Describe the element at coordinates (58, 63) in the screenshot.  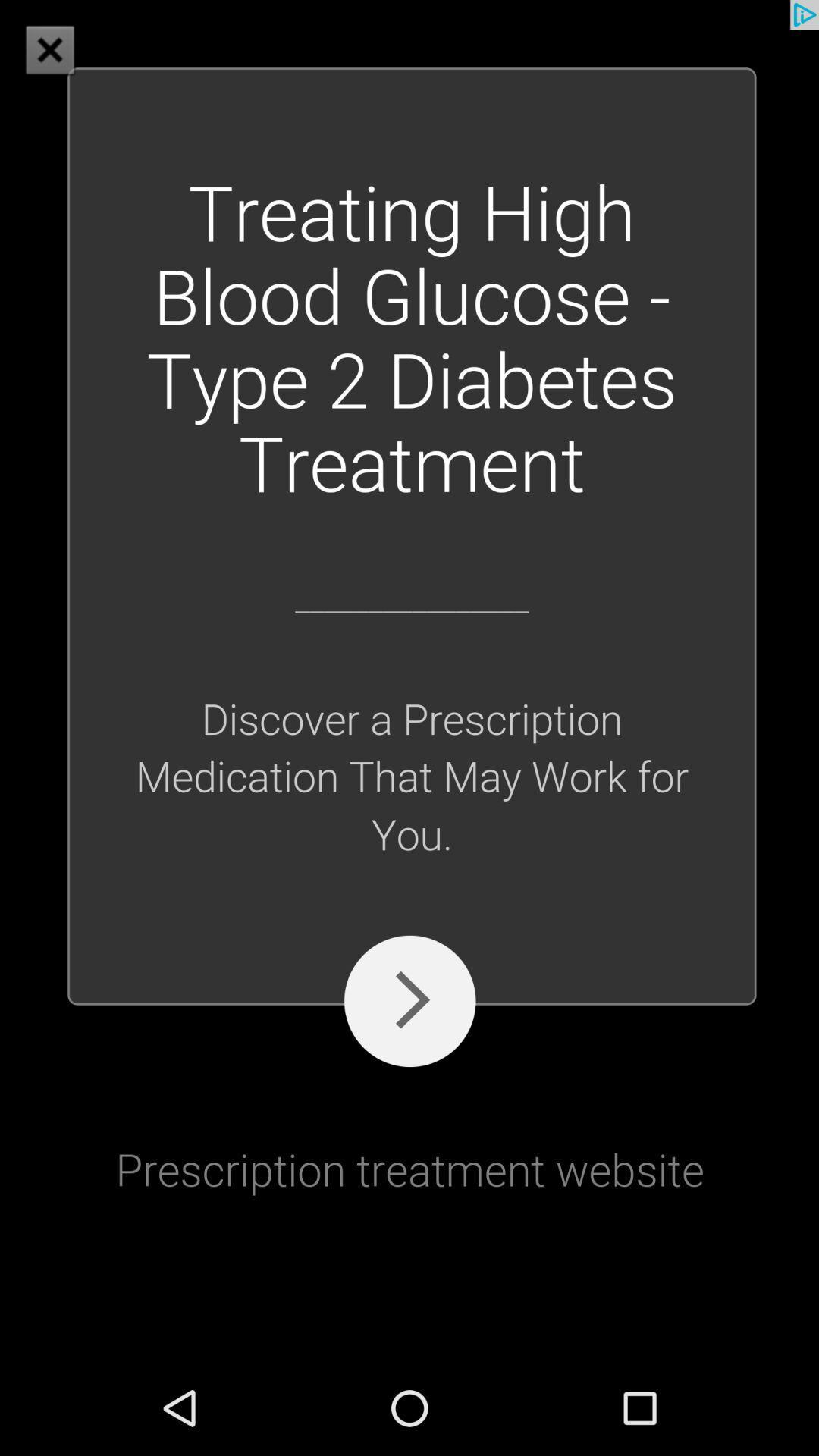
I see `the close icon` at that location.